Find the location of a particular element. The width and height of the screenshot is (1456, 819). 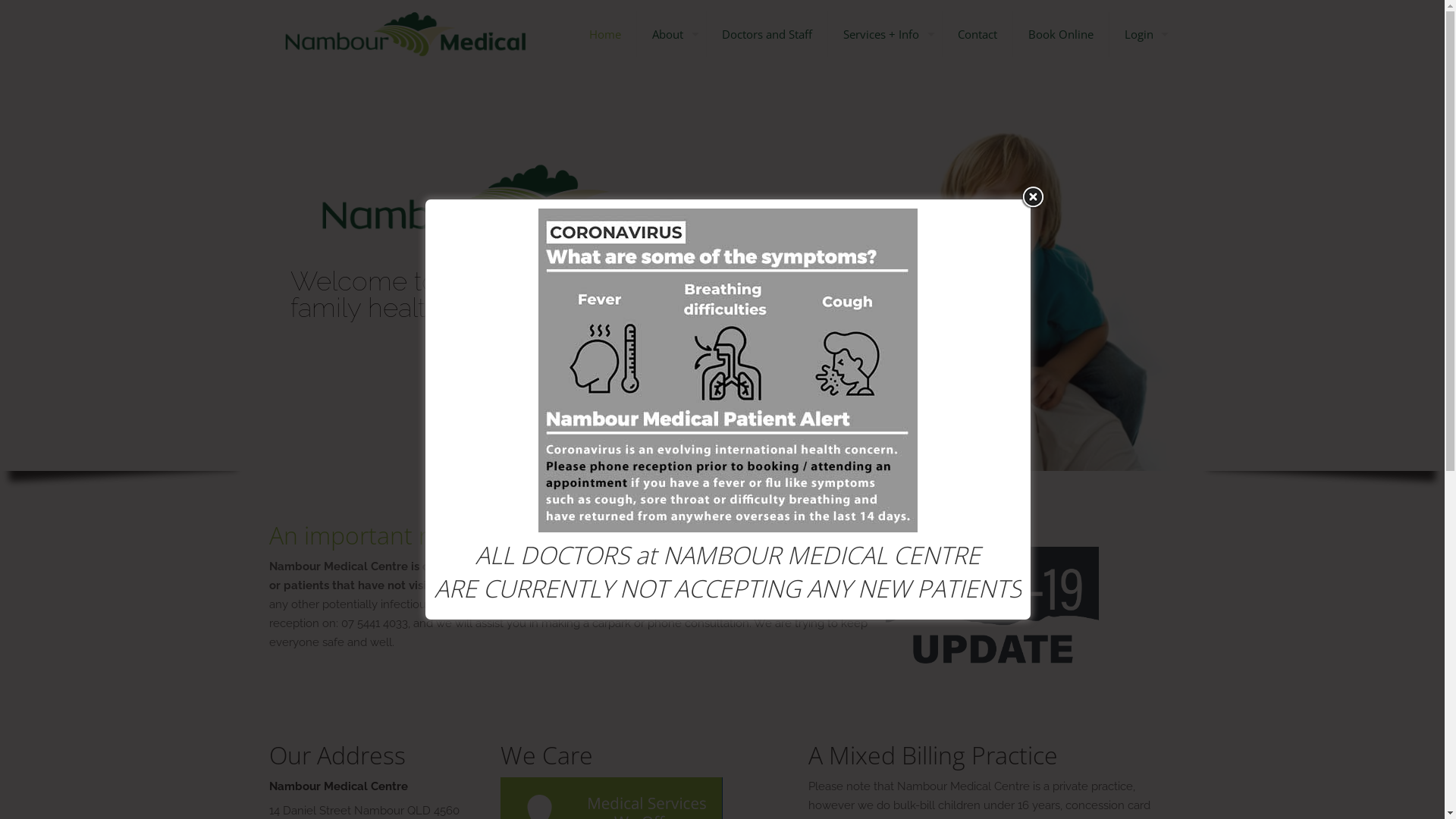

'Doctors and Staff' is located at coordinates (705, 34).